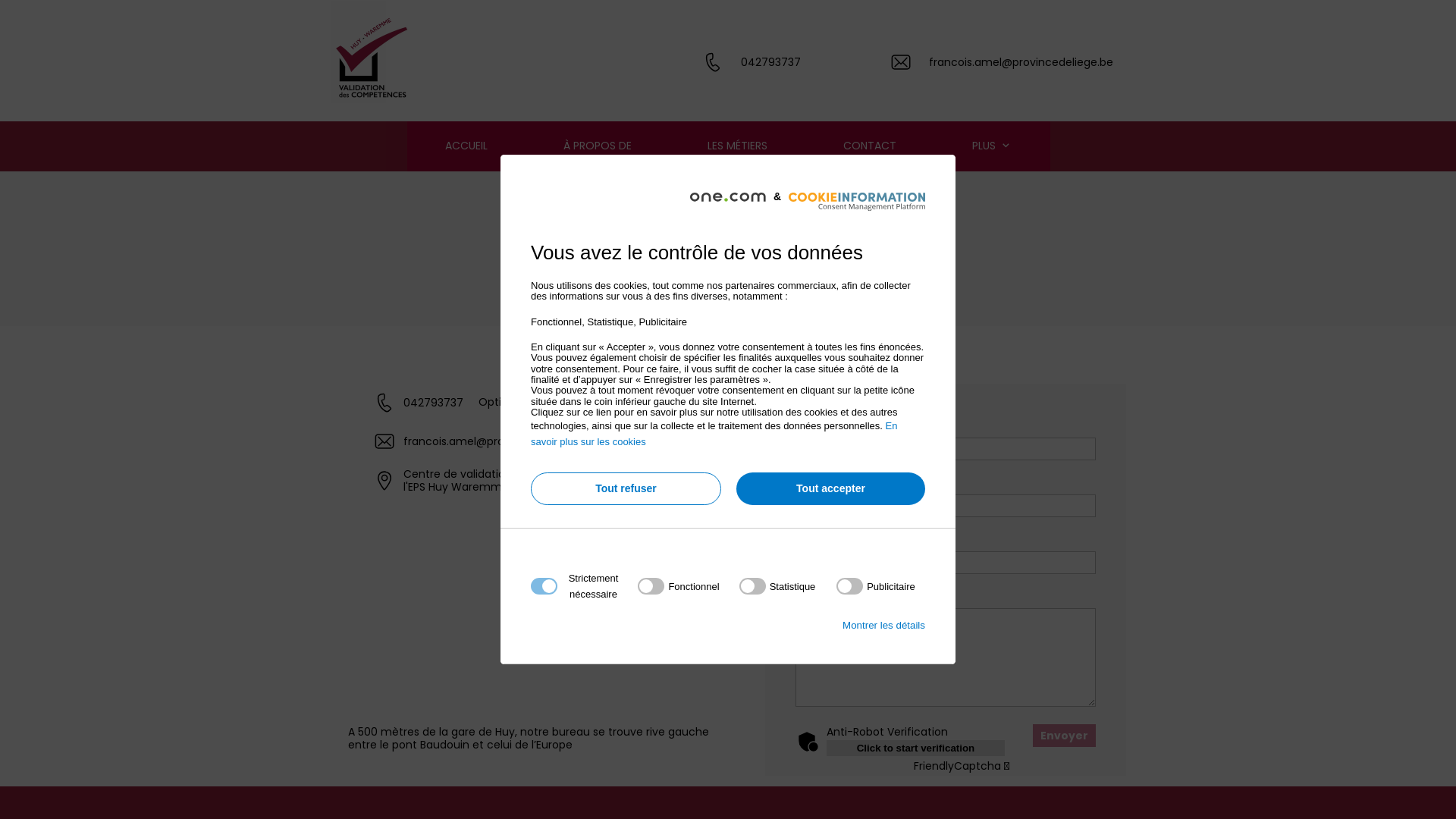 This screenshot has height=819, width=1456. Describe the element at coordinates (407, 146) in the screenshot. I see `'ACCUEIL'` at that location.